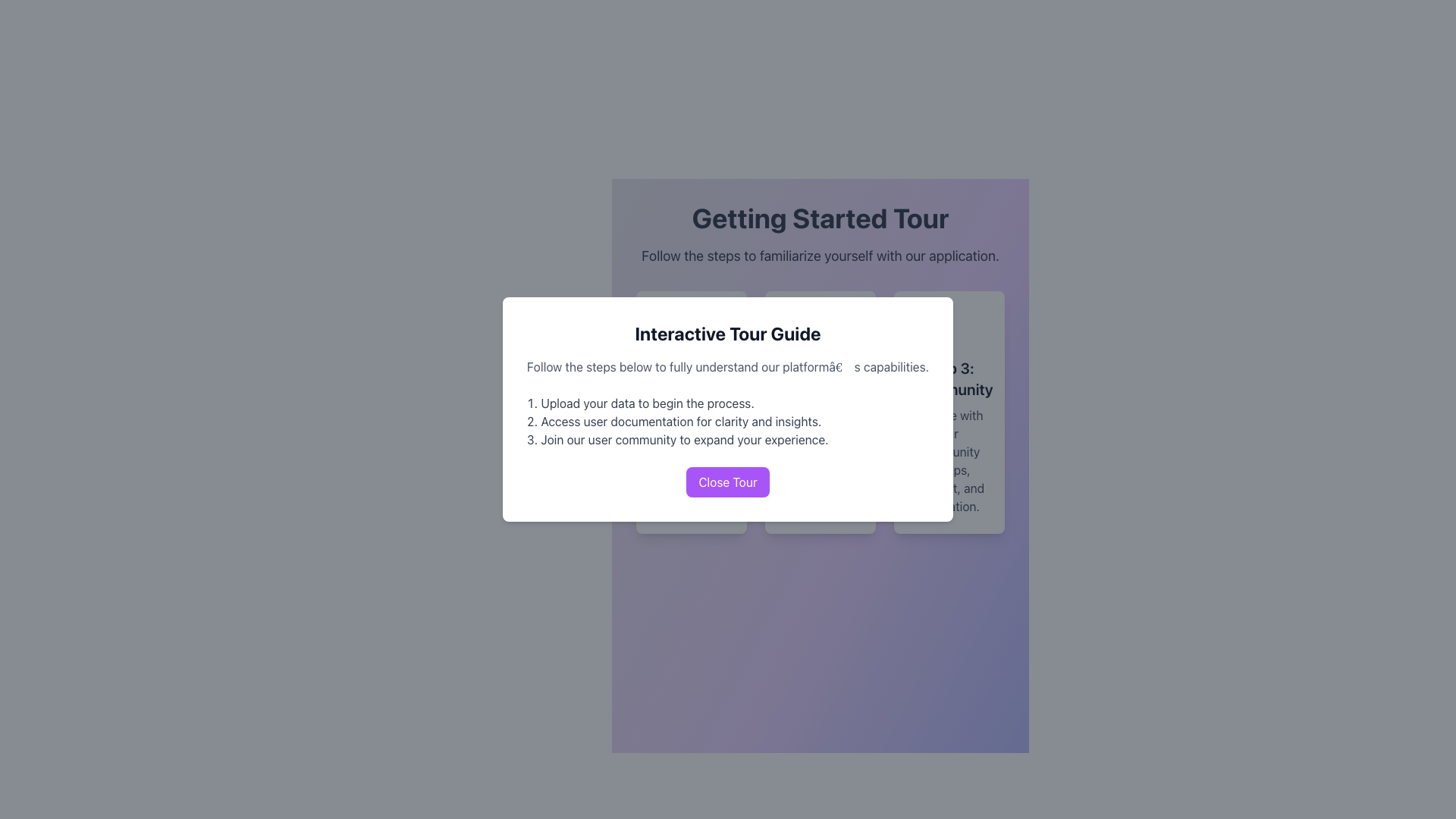  What do you see at coordinates (728, 439) in the screenshot?
I see `the third text element in a list, which has the numbered prefix '3.' and the content 'Join our user community to expand your experience.'` at bounding box center [728, 439].